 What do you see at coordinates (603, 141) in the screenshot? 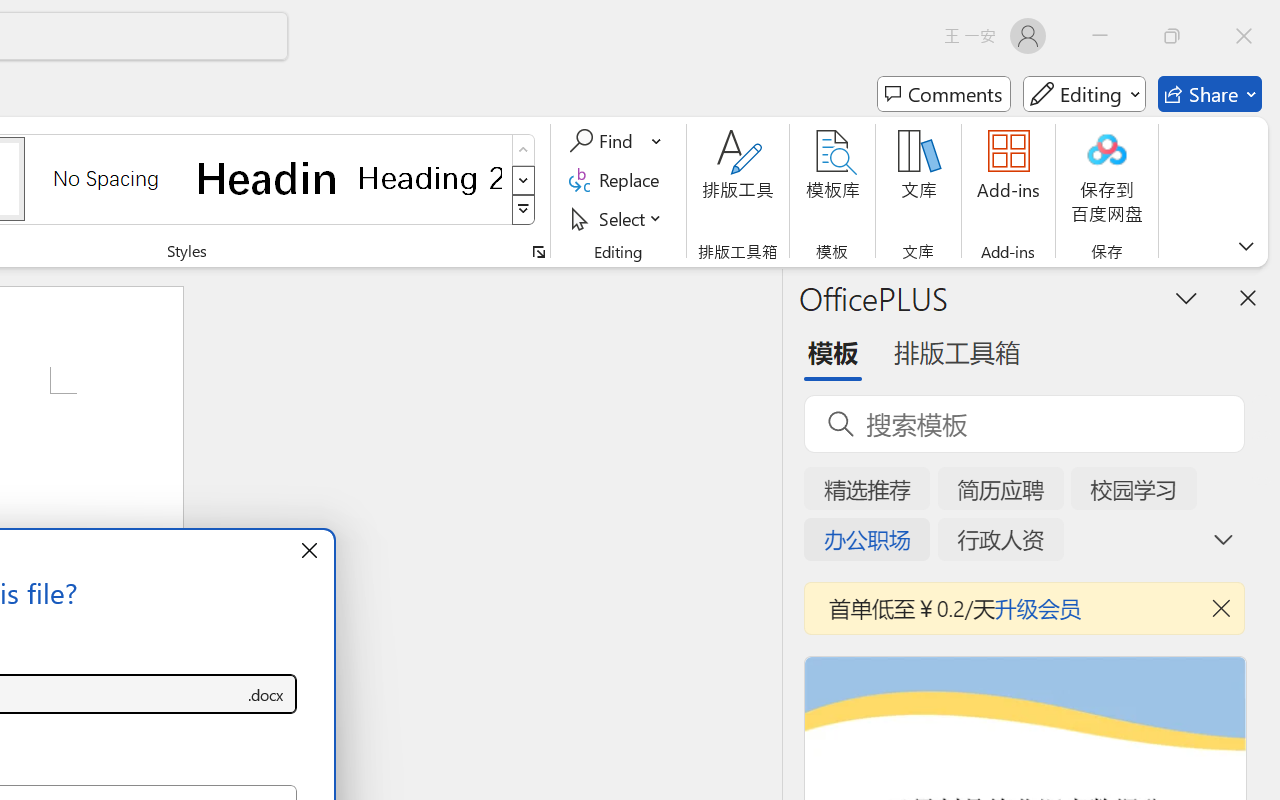
I see `'Find'` at bounding box center [603, 141].